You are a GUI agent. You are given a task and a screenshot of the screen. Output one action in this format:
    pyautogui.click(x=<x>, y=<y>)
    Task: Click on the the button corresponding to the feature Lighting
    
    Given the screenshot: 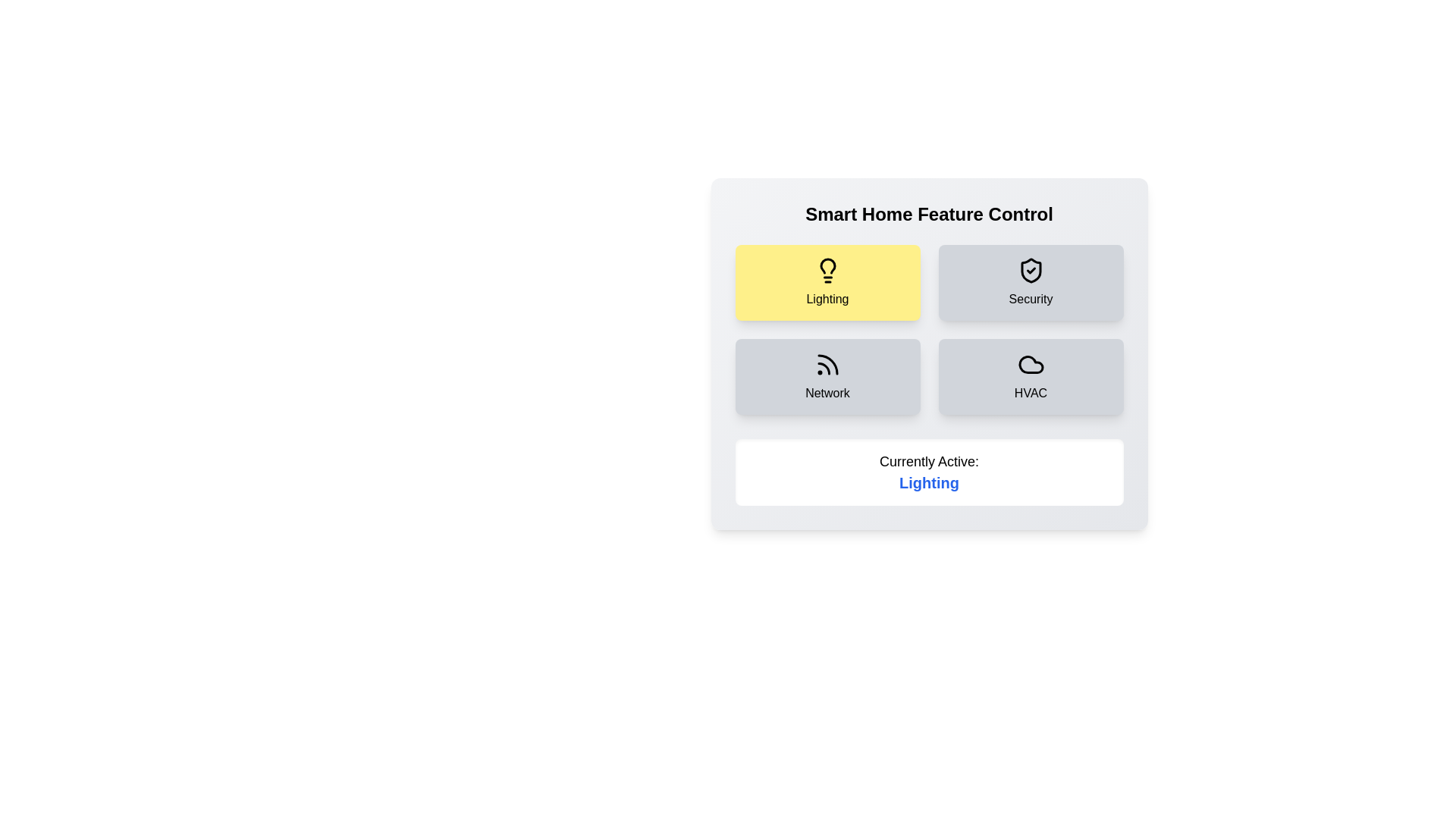 What is the action you would take?
    pyautogui.click(x=827, y=283)
    